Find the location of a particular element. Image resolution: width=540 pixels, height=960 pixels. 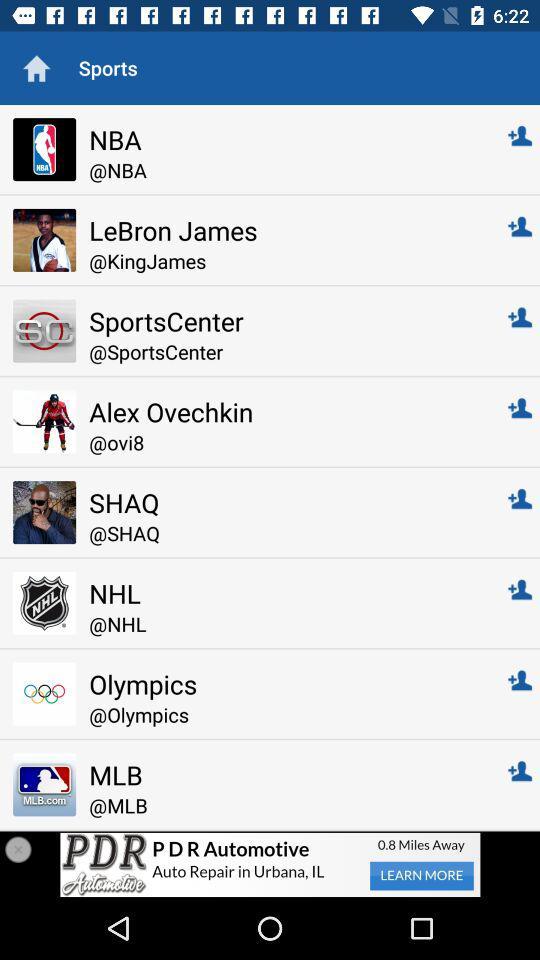

website for advertisement is located at coordinates (270, 863).